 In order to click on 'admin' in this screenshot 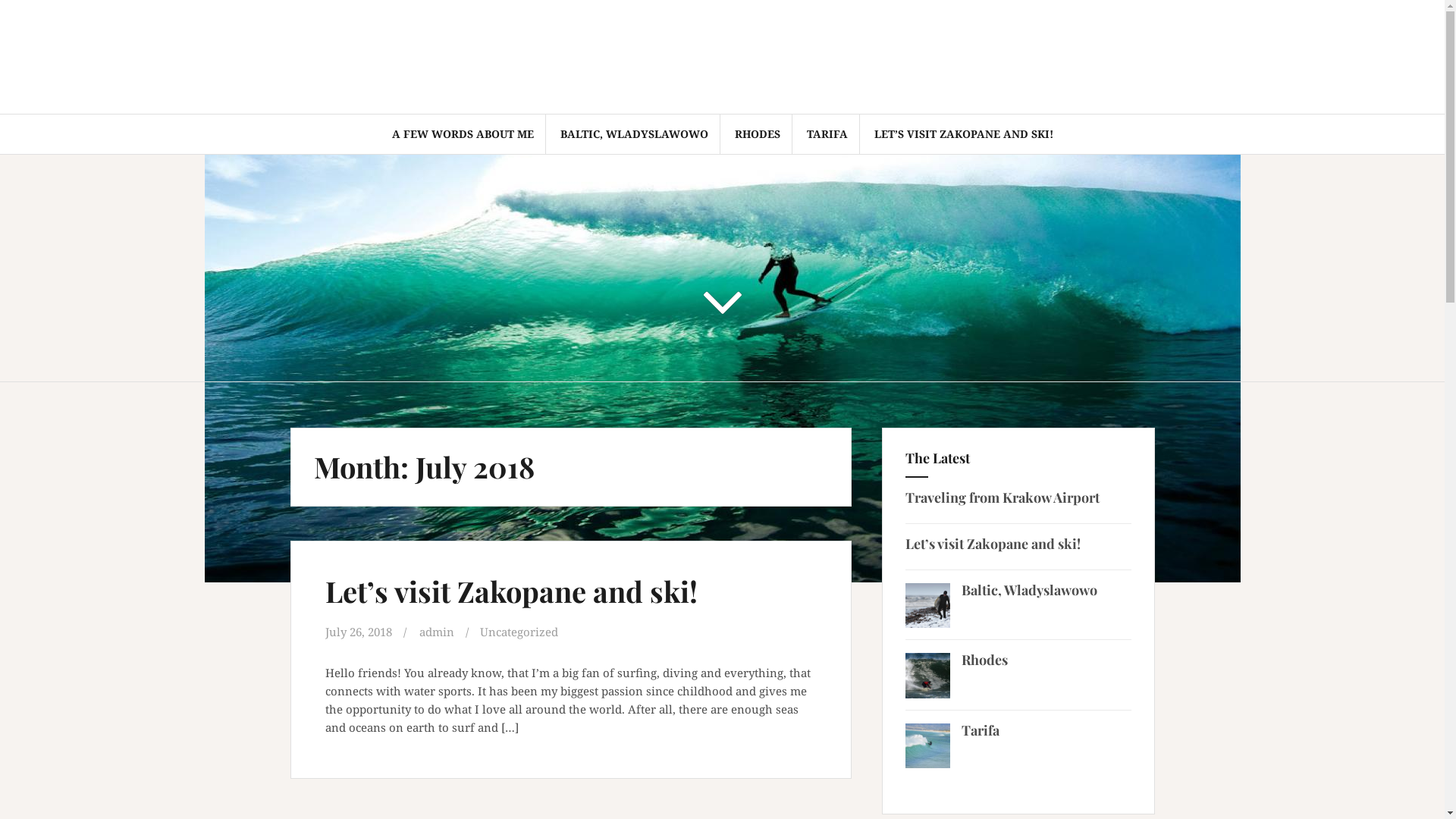, I will do `click(435, 632)`.